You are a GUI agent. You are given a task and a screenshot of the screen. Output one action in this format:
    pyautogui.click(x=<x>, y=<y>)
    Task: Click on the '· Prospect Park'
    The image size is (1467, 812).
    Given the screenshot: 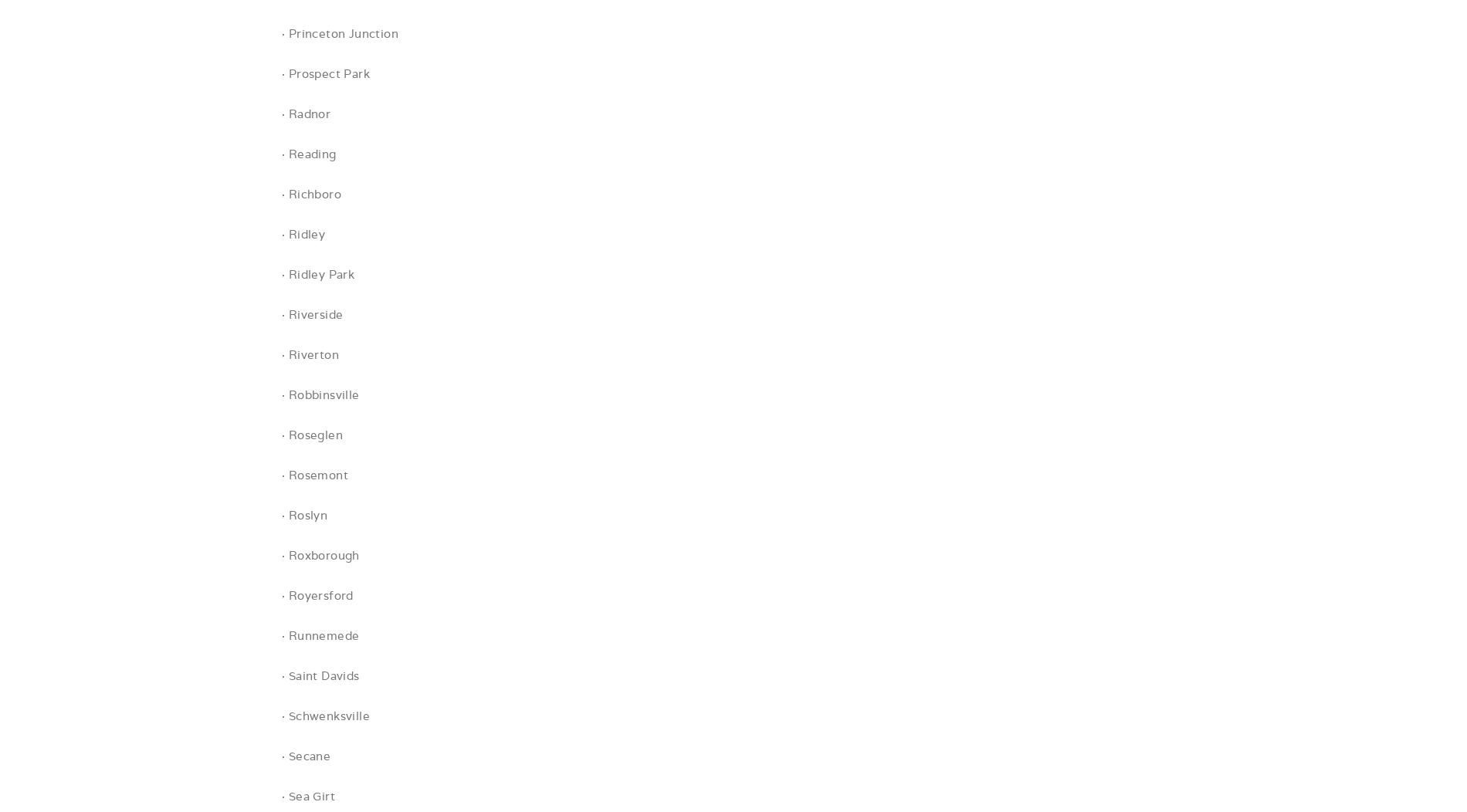 What is the action you would take?
    pyautogui.click(x=280, y=73)
    